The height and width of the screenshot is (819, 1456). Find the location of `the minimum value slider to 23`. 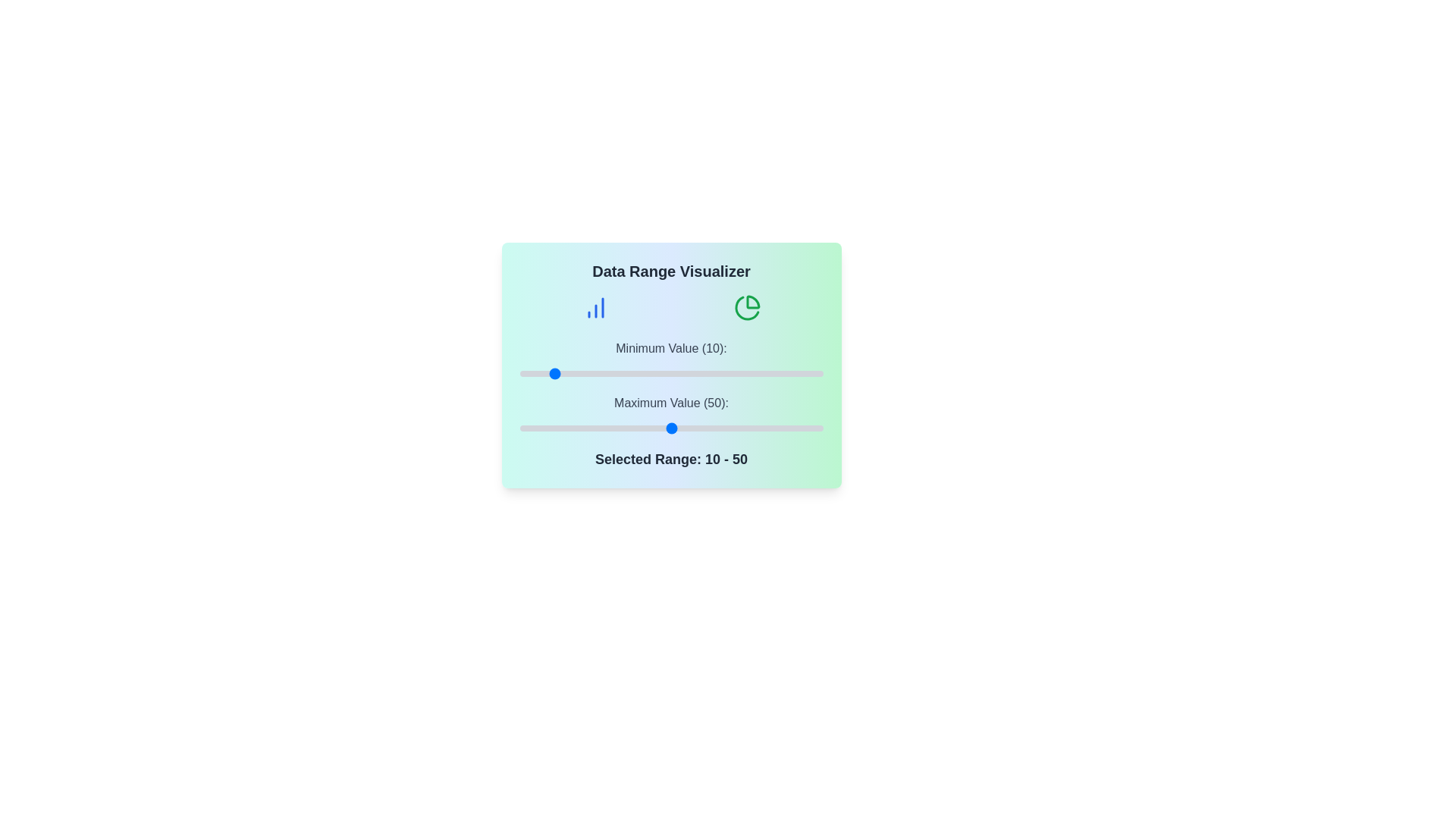

the minimum value slider to 23 is located at coordinates (588, 374).